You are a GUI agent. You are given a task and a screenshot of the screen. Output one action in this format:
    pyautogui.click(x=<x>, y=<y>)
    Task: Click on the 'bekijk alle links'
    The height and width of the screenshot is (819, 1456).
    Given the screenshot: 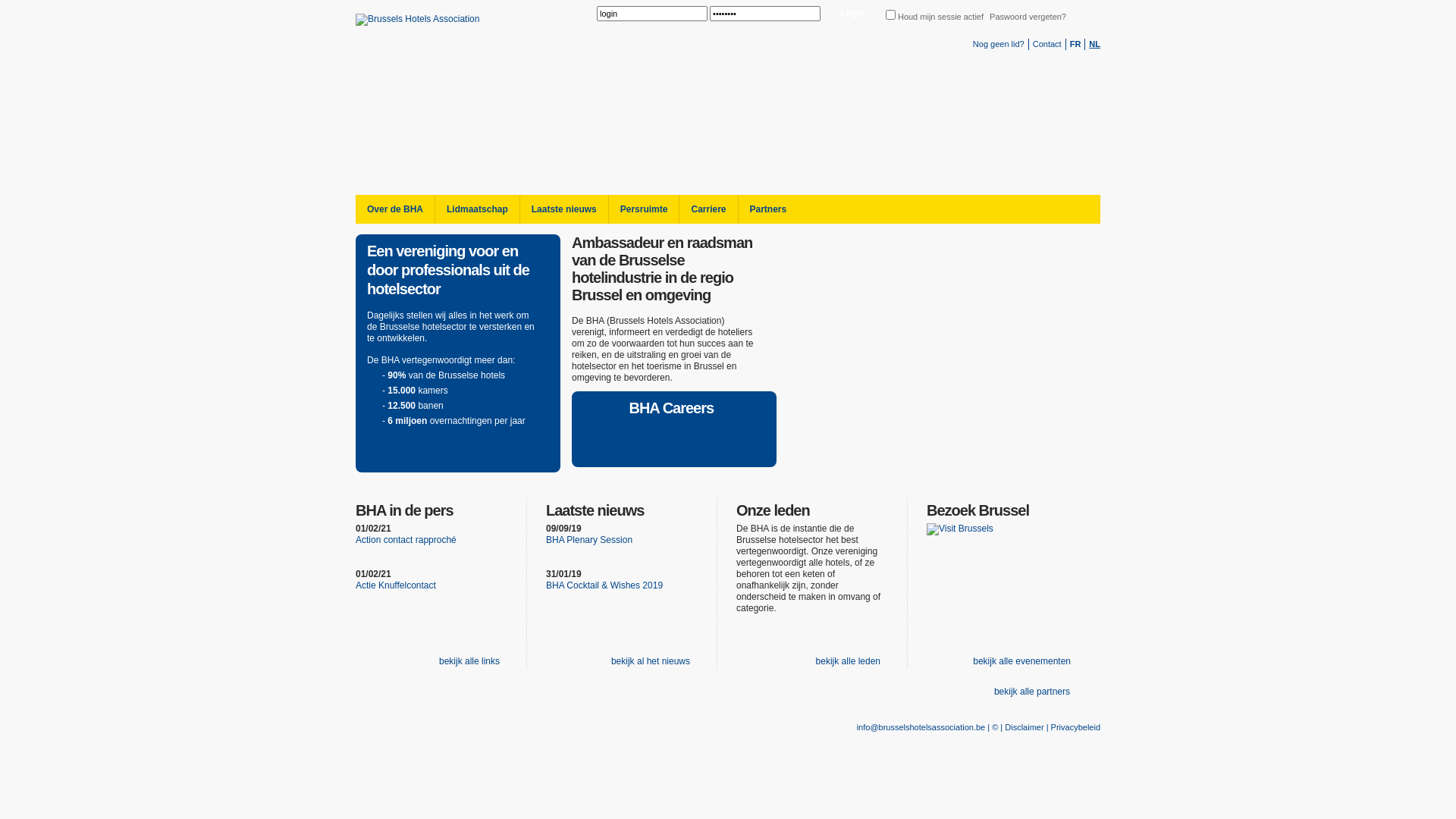 What is the action you would take?
    pyautogui.click(x=466, y=661)
    